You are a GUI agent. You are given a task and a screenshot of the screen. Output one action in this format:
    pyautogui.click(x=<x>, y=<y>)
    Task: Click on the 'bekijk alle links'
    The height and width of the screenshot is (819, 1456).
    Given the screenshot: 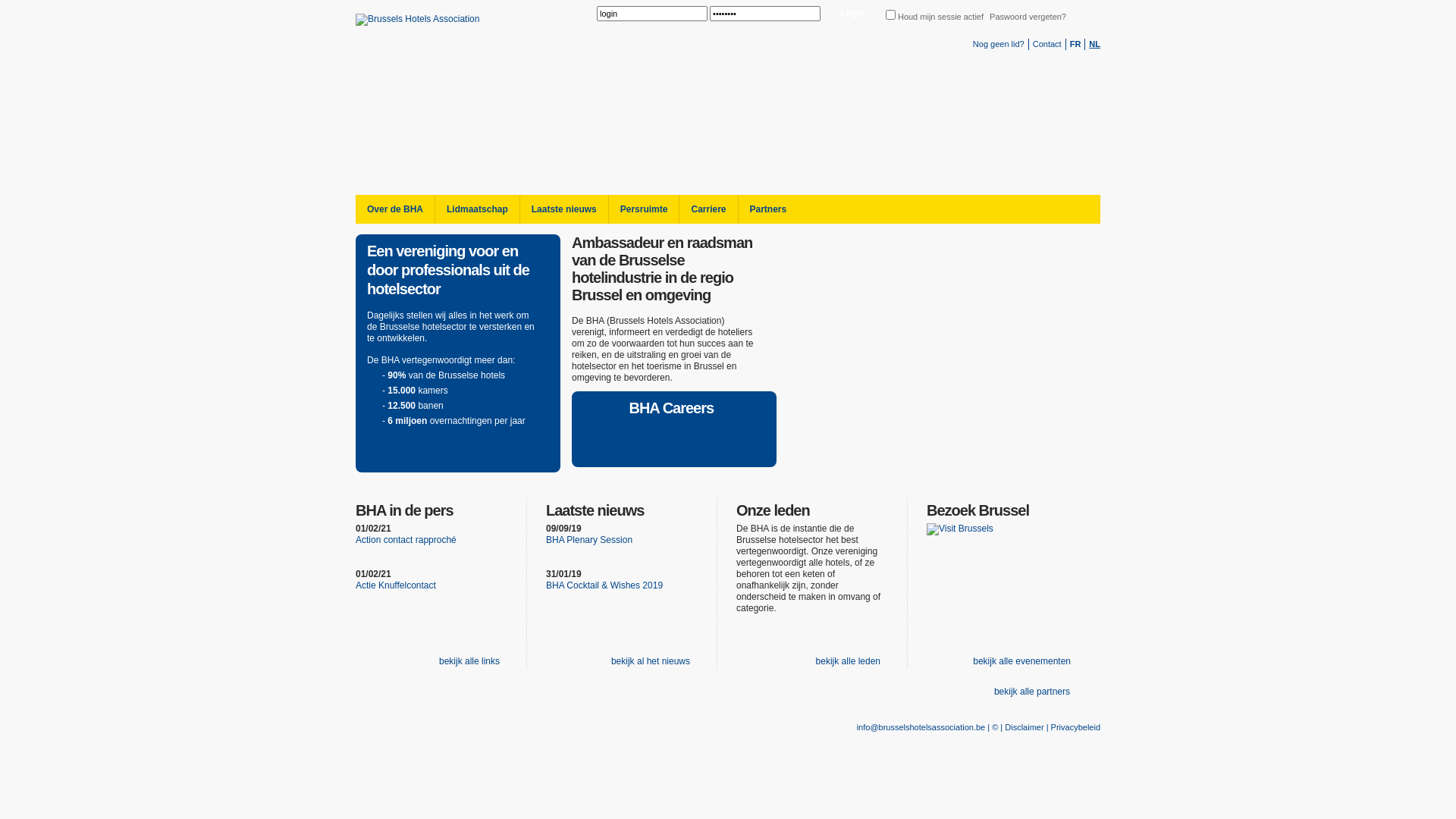 What is the action you would take?
    pyautogui.click(x=466, y=661)
    